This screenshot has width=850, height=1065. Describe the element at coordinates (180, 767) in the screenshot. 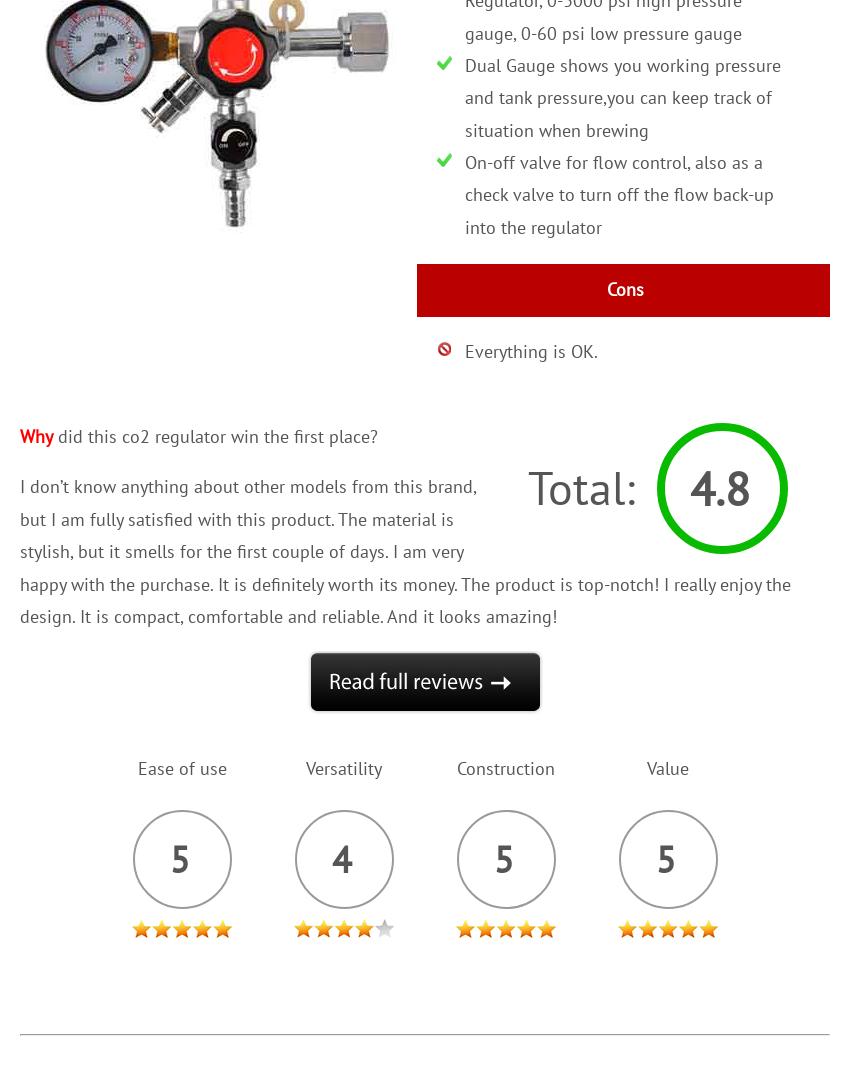

I see `'Ease of use'` at that location.